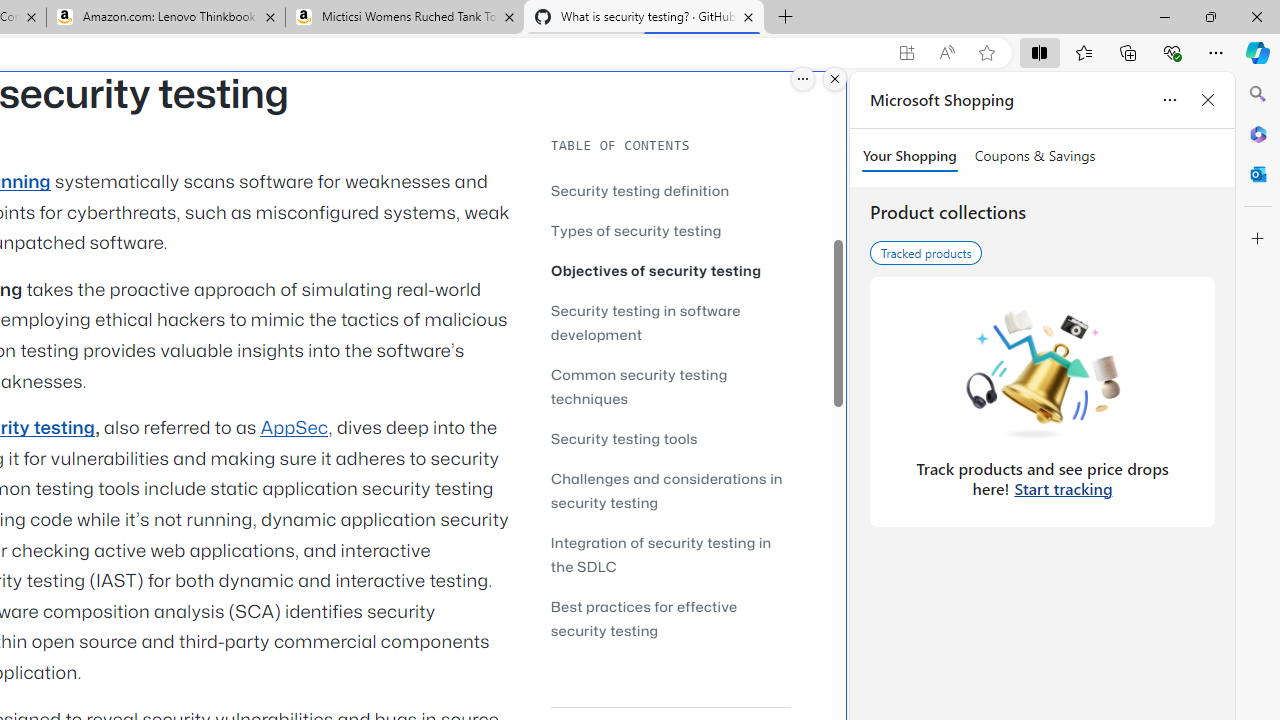 This screenshot has width=1280, height=720. Describe the element at coordinates (670, 190) in the screenshot. I see `'Security testing definition'` at that location.